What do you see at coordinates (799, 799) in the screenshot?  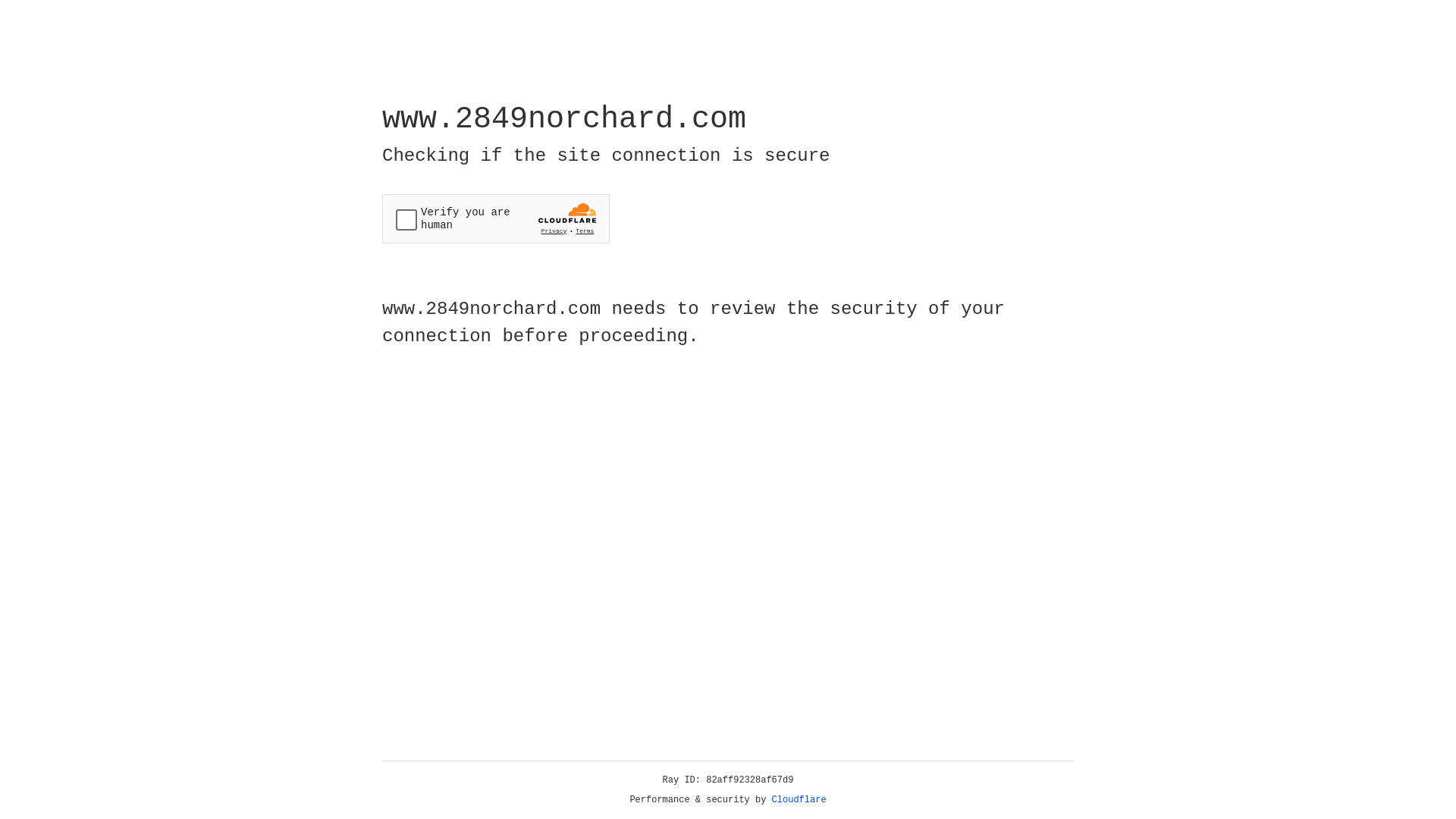 I see `'Cloudflare'` at bounding box center [799, 799].